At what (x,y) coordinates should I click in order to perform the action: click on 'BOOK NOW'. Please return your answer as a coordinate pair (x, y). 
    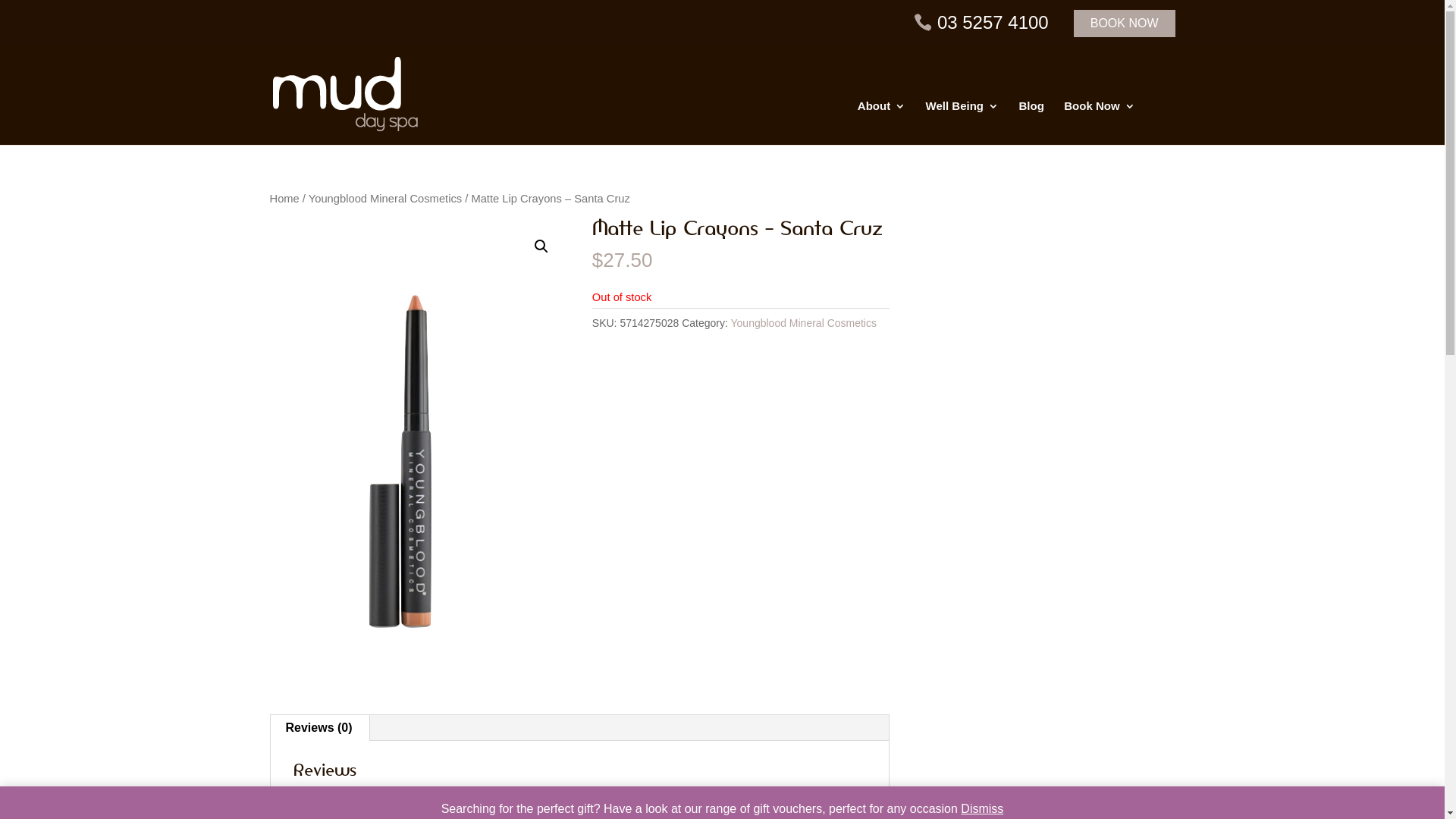
    Looking at the image, I should click on (1125, 23).